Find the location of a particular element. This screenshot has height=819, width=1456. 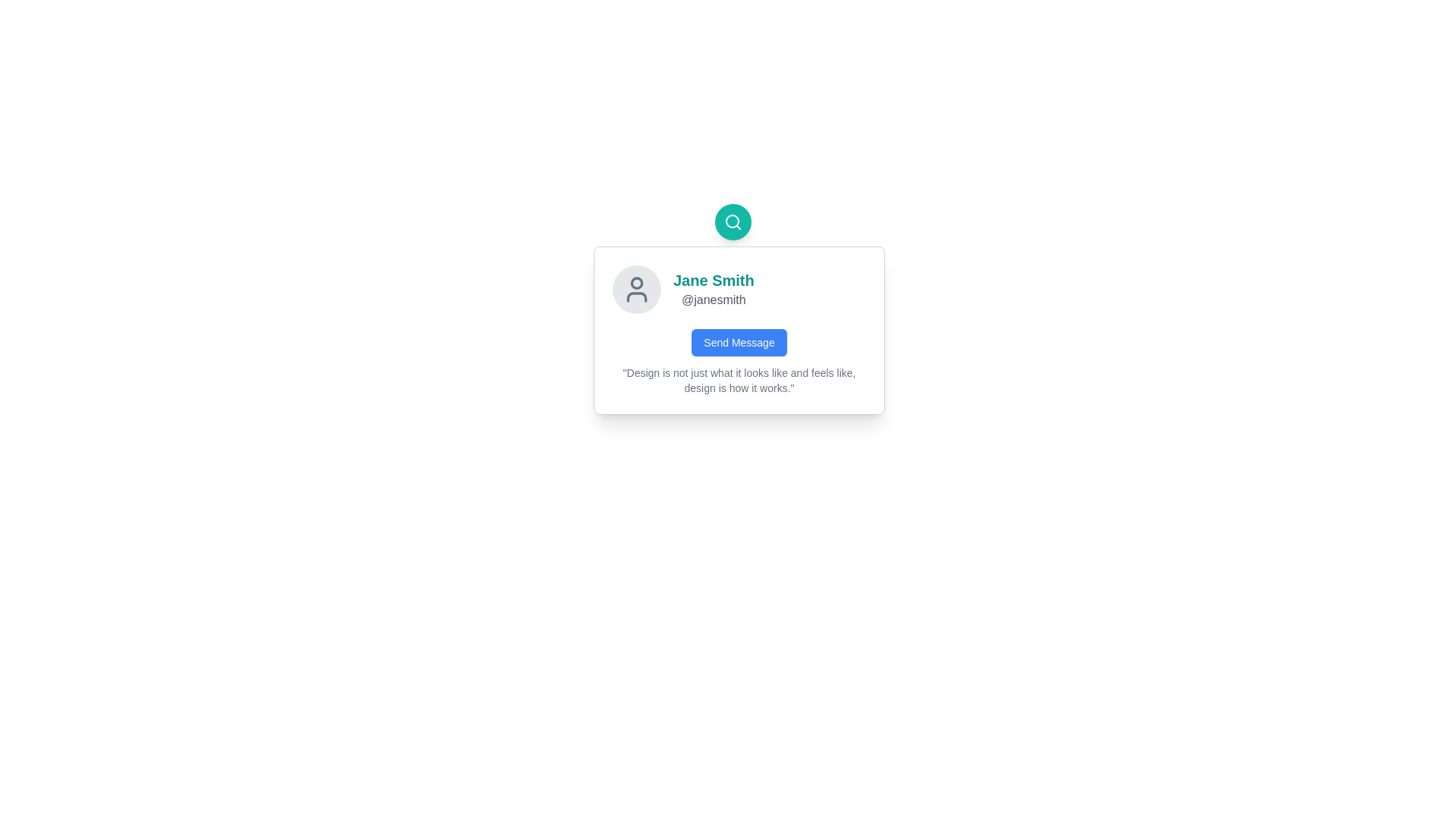

the profile information display showing the name 'Jane Smith' and username '@janesmith', which is aligned to the left in a stacked layout, located to the right of the circular profile icon is located at coordinates (713, 289).